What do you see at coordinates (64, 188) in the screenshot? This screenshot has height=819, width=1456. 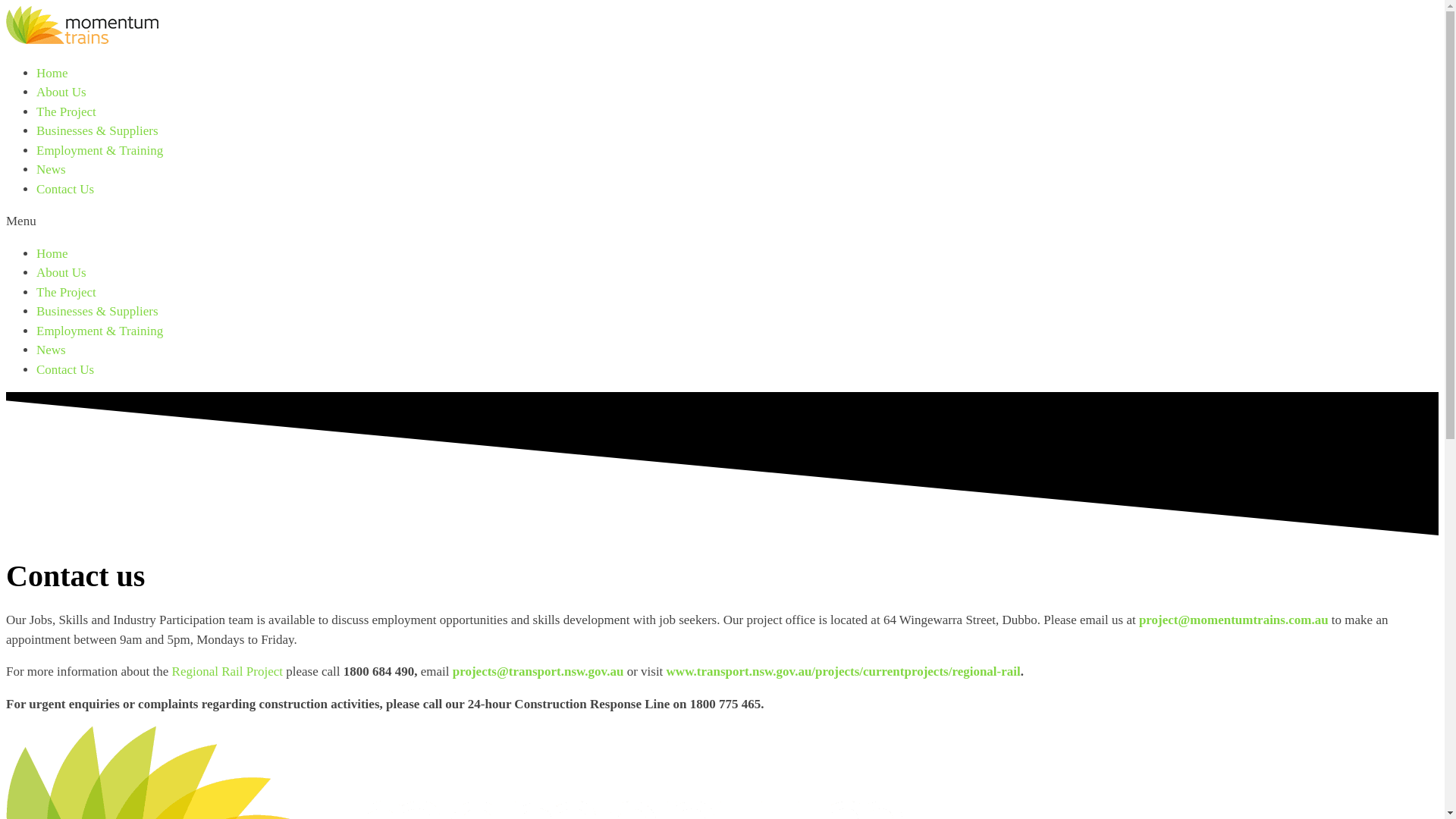 I see `'Contact Us'` at bounding box center [64, 188].